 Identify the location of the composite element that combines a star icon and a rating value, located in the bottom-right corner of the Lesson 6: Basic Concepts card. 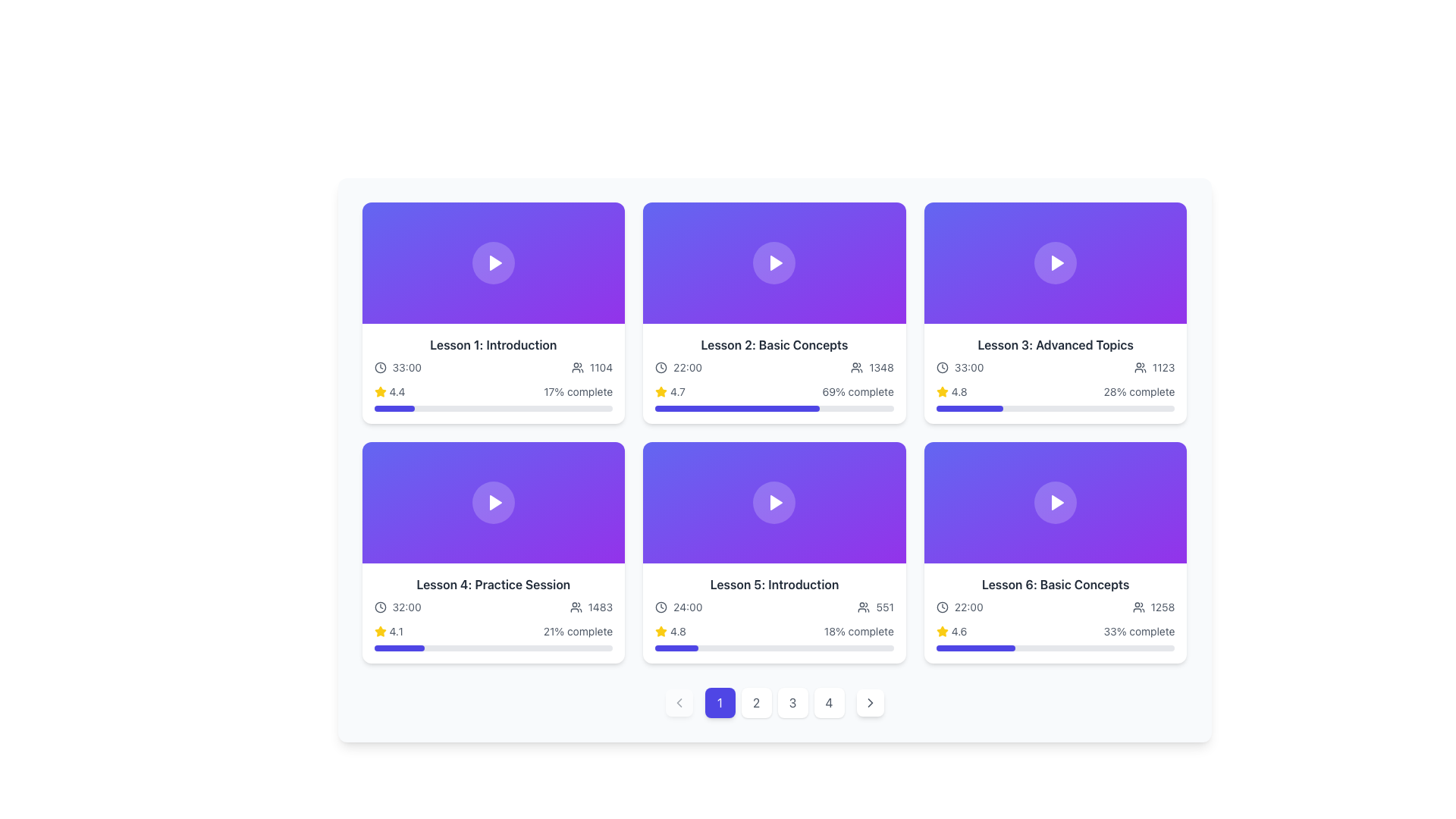
(951, 632).